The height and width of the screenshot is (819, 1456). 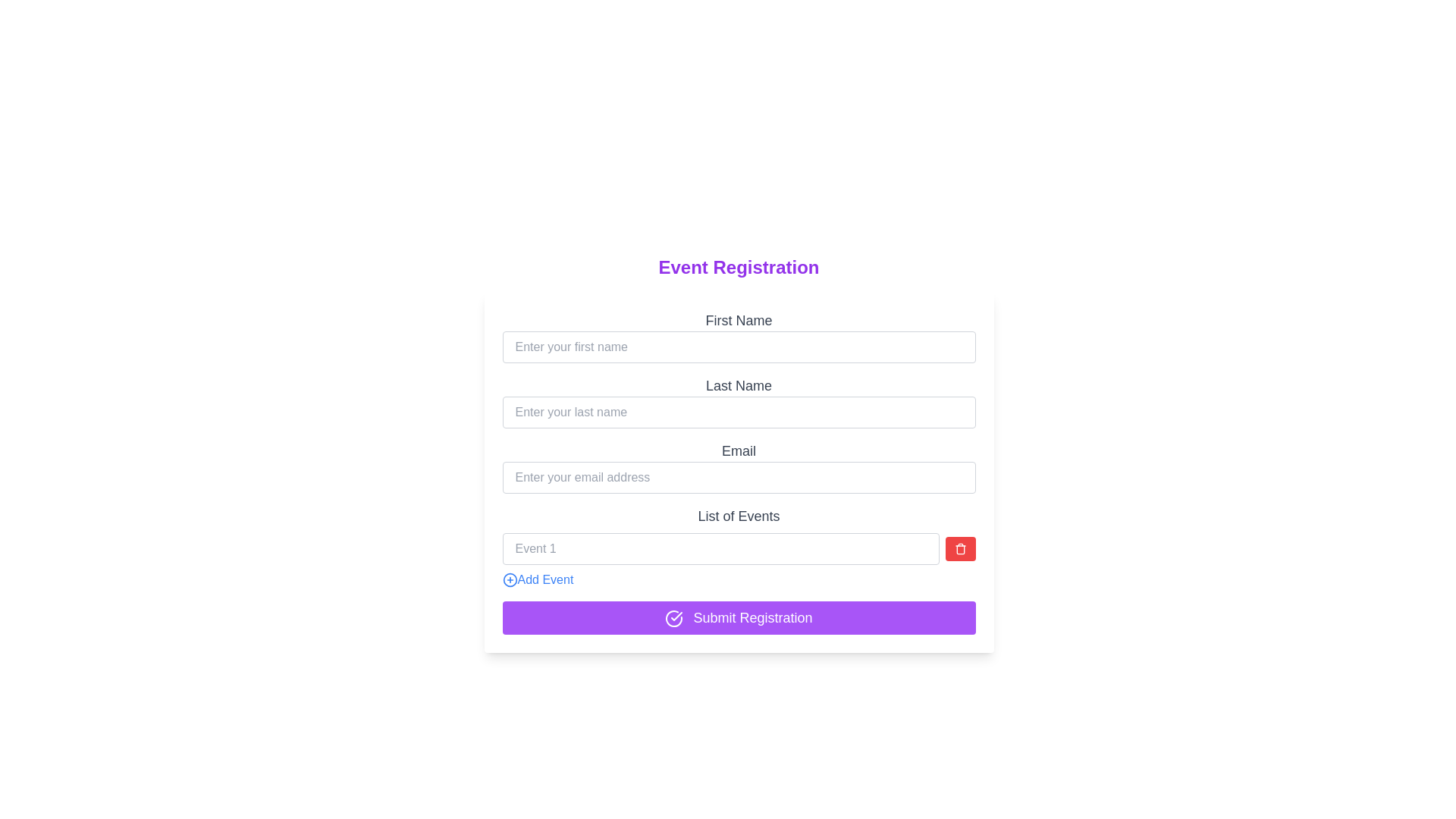 I want to click on the 'First Name' label in the 'Event Registration' form, which is styled in bold and gray color and positioned above the first name input field, so click(x=739, y=320).